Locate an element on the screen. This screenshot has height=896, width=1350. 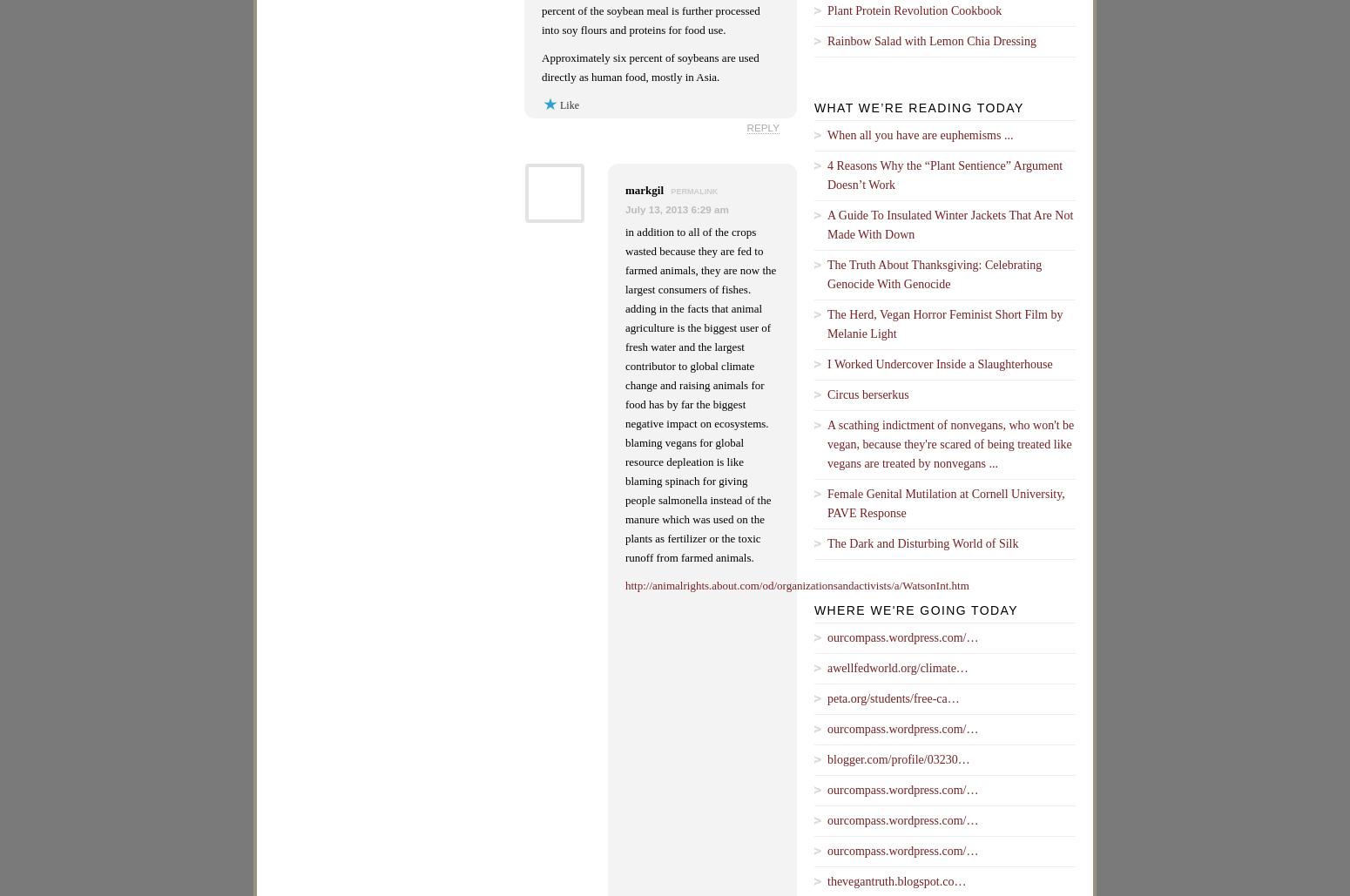
'When all you have are euphemisms ...' is located at coordinates (920, 134).